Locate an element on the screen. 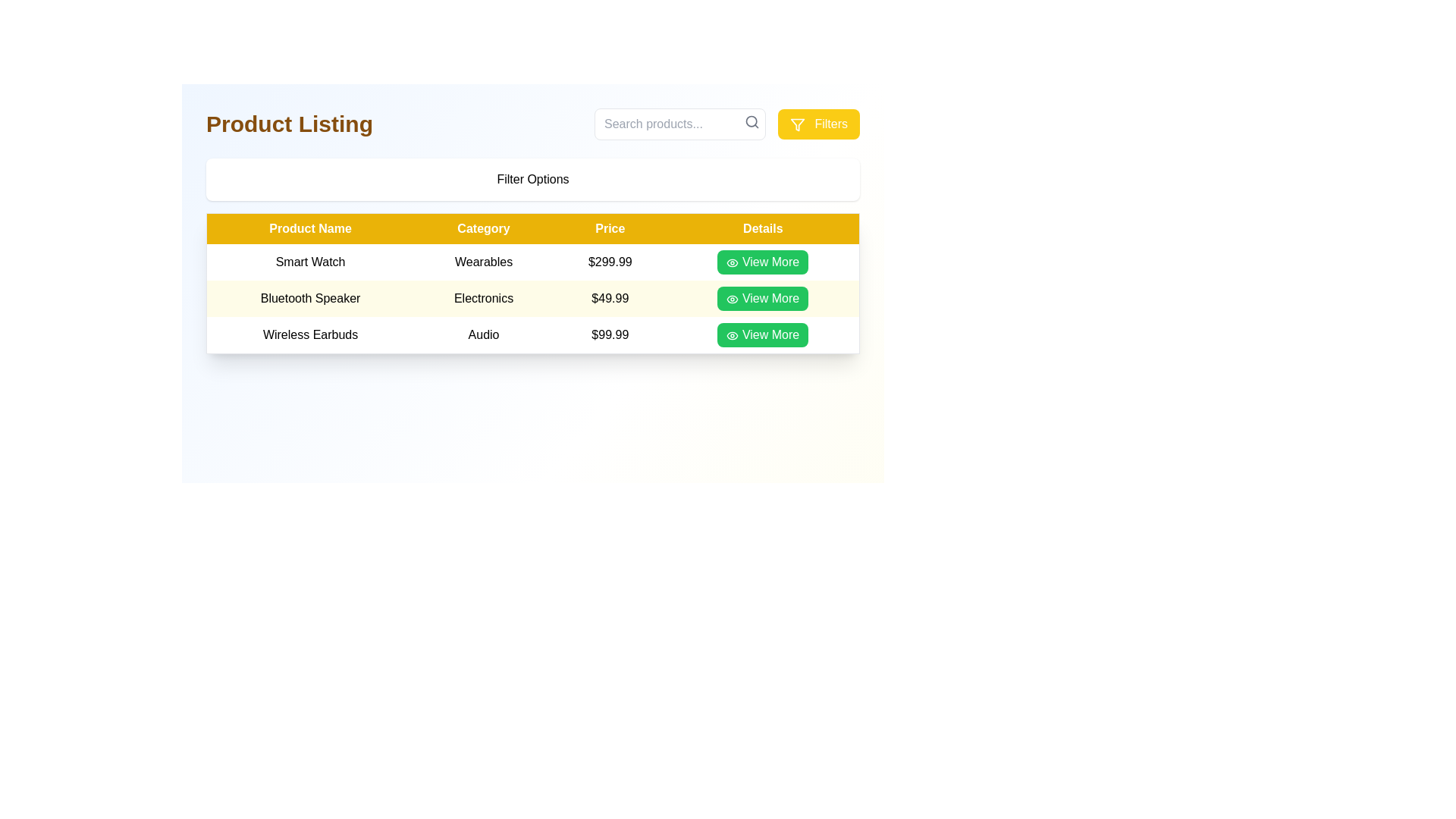  the 'Wearables' label in the 'Category' column of the first row in the product listing table is located at coordinates (483, 262).